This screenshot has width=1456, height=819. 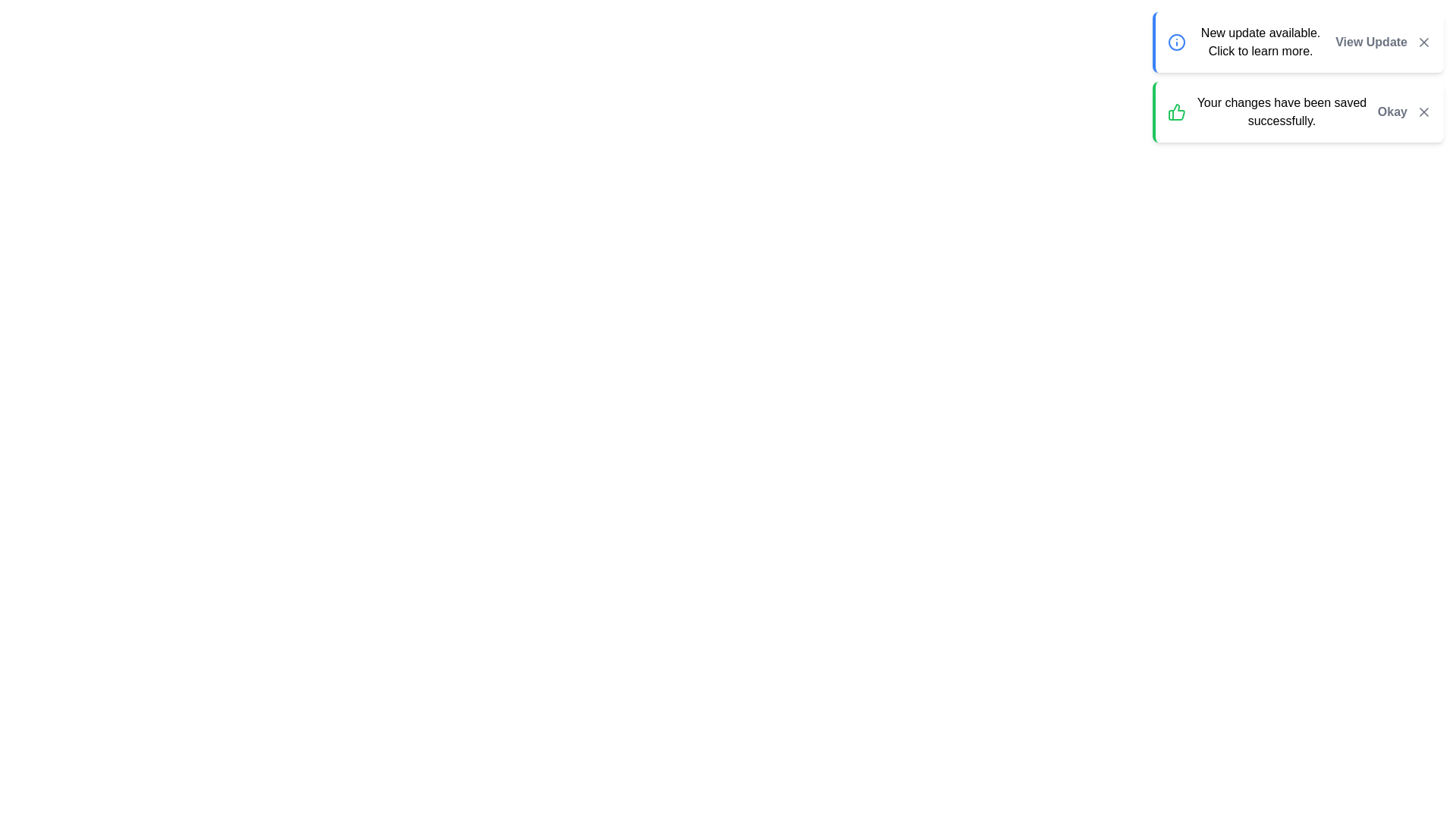 I want to click on notification message that indicates the user's changes have been successfully saved, located at the center of the notification box, so click(x=1281, y=111).